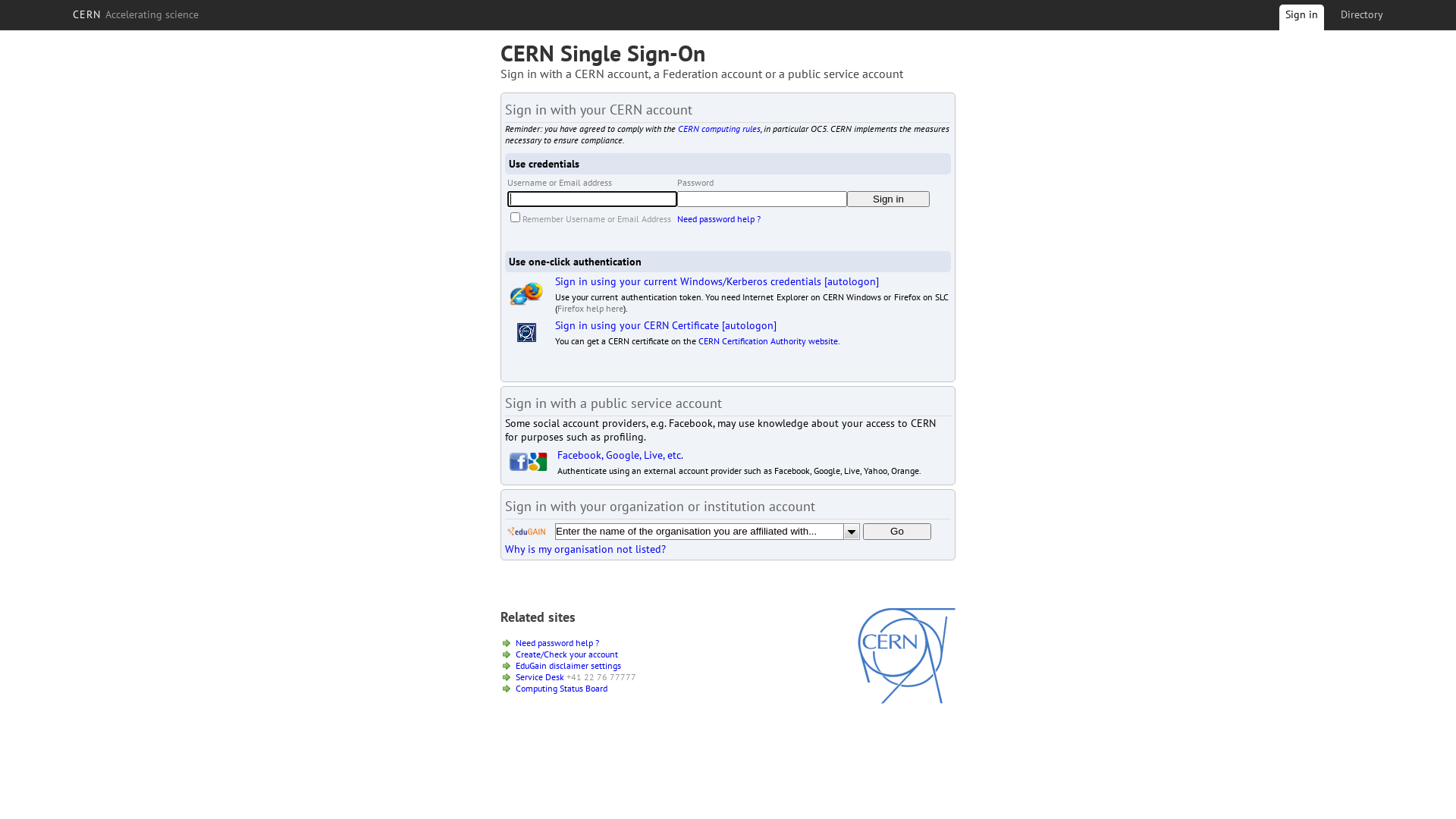  I want to click on 'Enter your Username or Email Address', so click(591, 198).